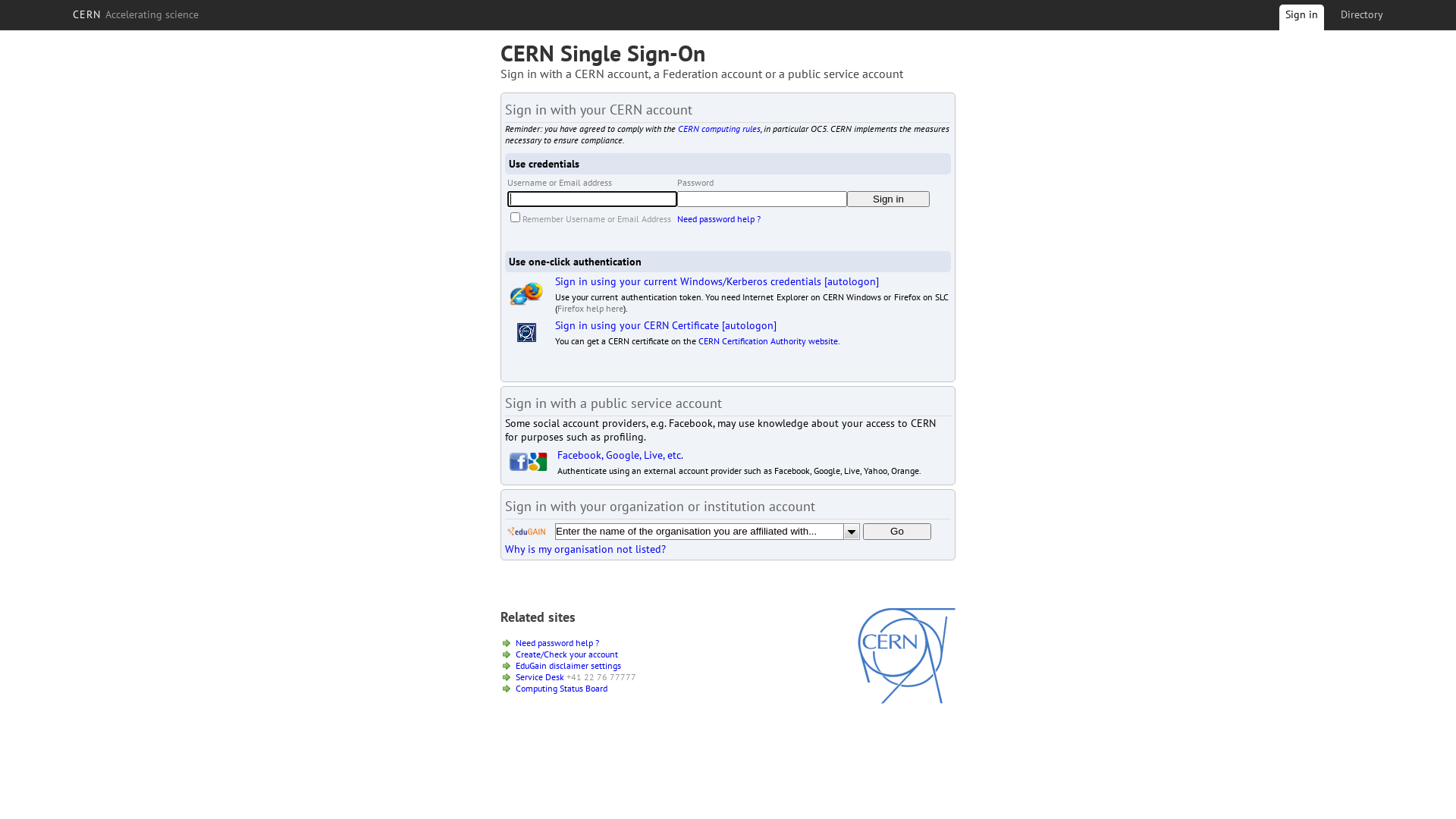  I want to click on 'Enter your Username or Email Address', so click(591, 198).